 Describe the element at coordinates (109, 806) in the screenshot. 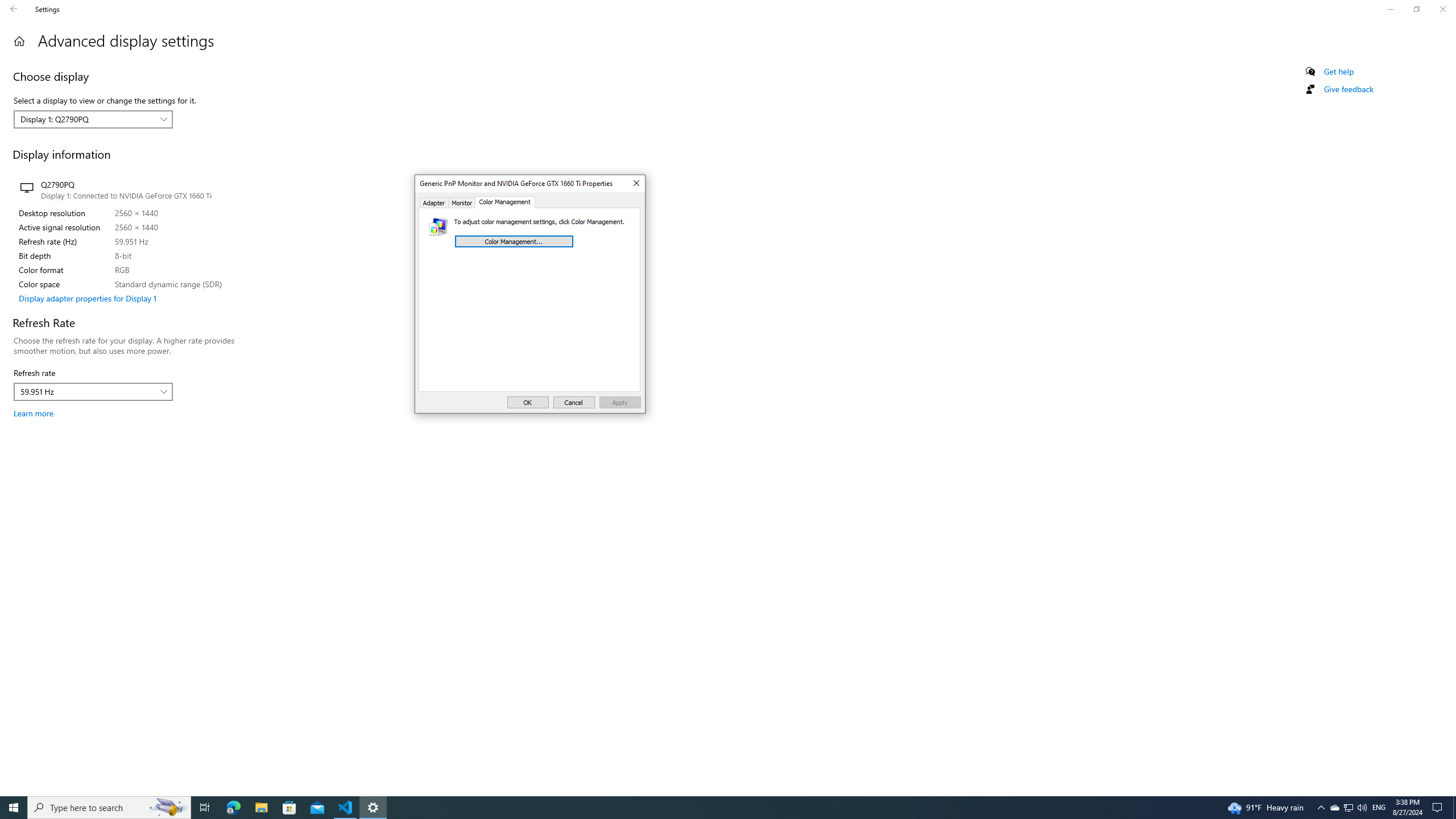

I see `'Type here to search'` at that location.